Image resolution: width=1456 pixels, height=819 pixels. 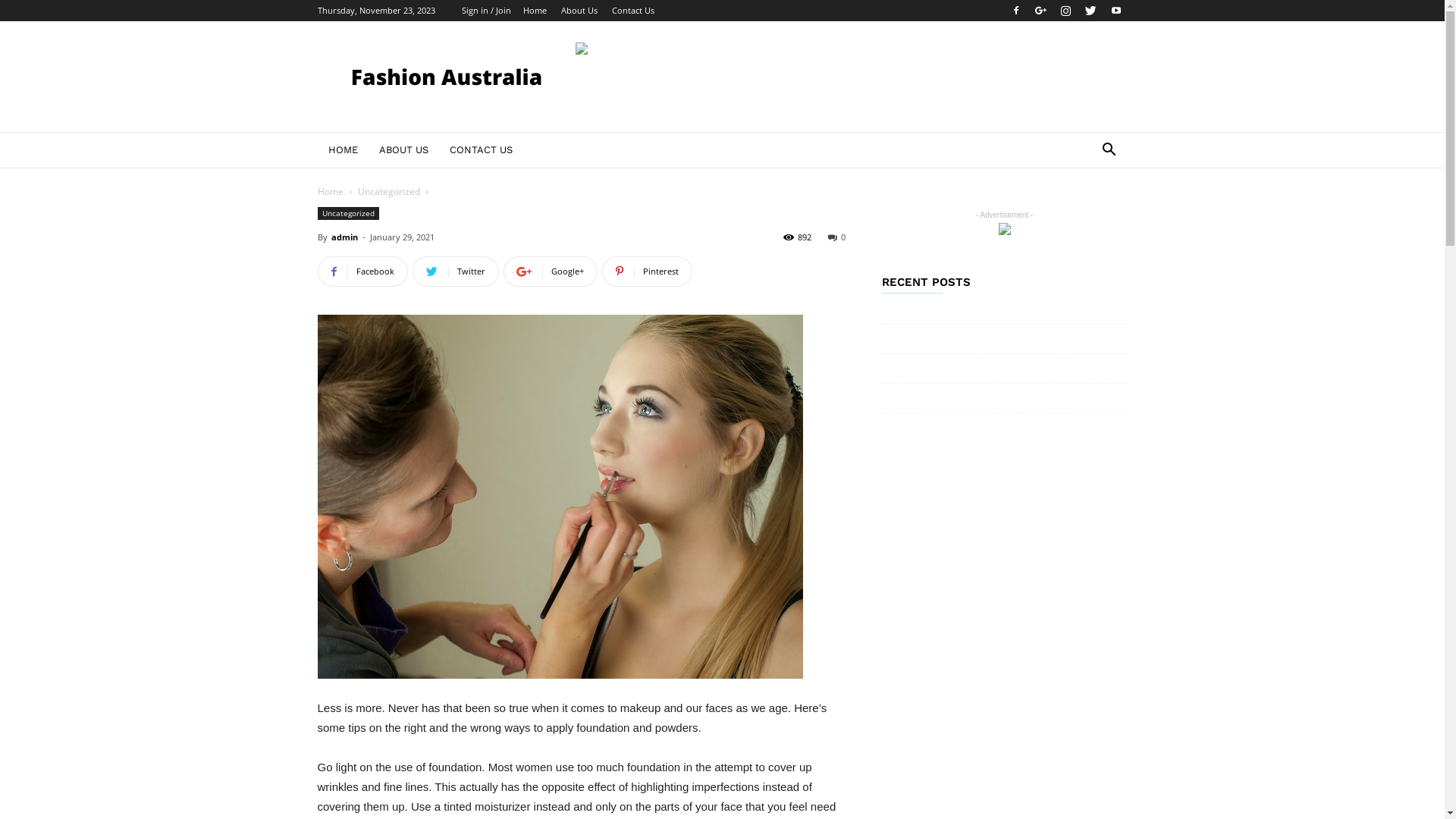 What do you see at coordinates (827, 237) in the screenshot?
I see `'0'` at bounding box center [827, 237].